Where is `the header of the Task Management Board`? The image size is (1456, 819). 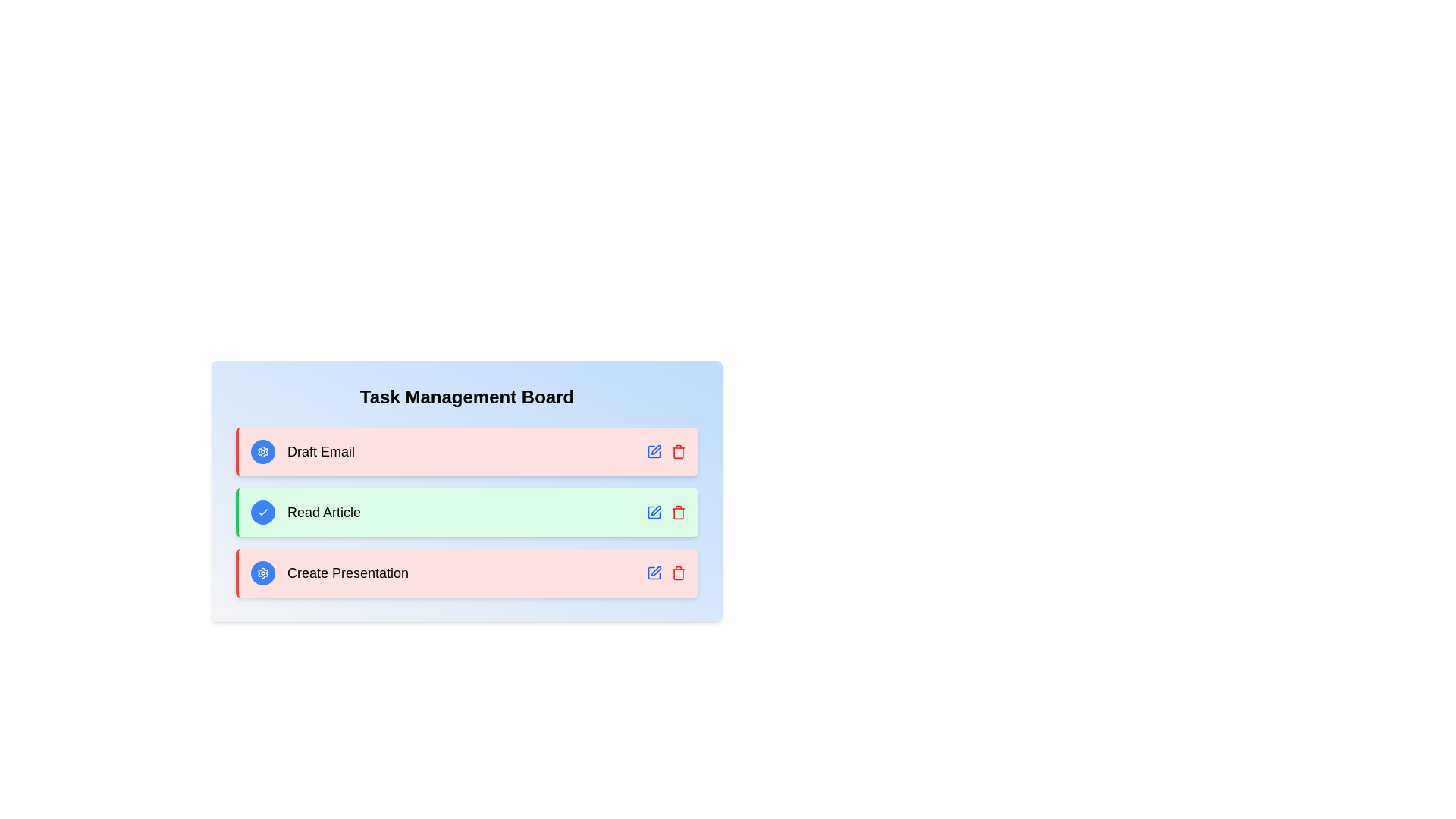 the header of the Task Management Board is located at coordinates (466, 397).